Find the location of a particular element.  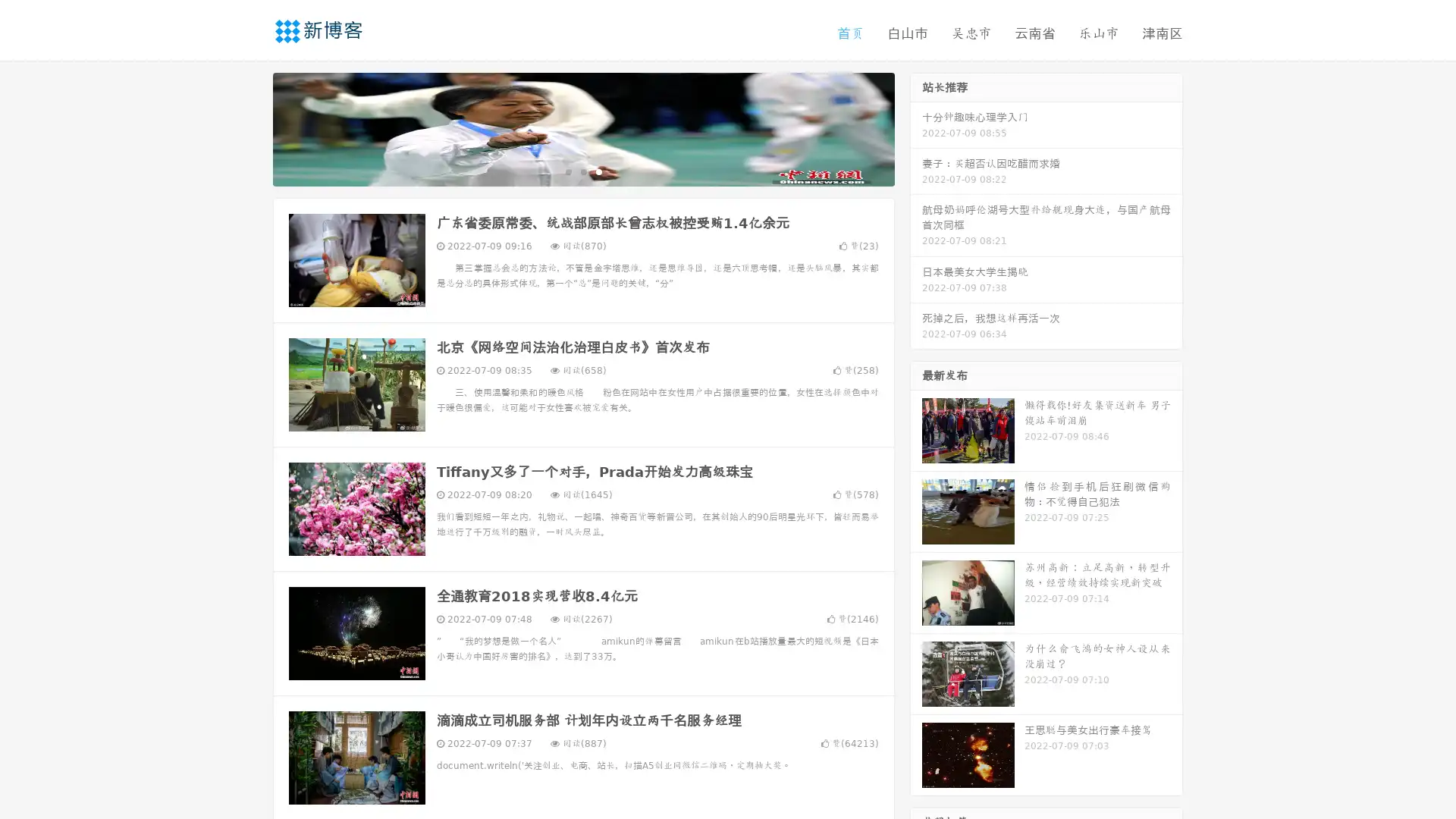

Go to slide 1 is located at coordinates (567, 171).